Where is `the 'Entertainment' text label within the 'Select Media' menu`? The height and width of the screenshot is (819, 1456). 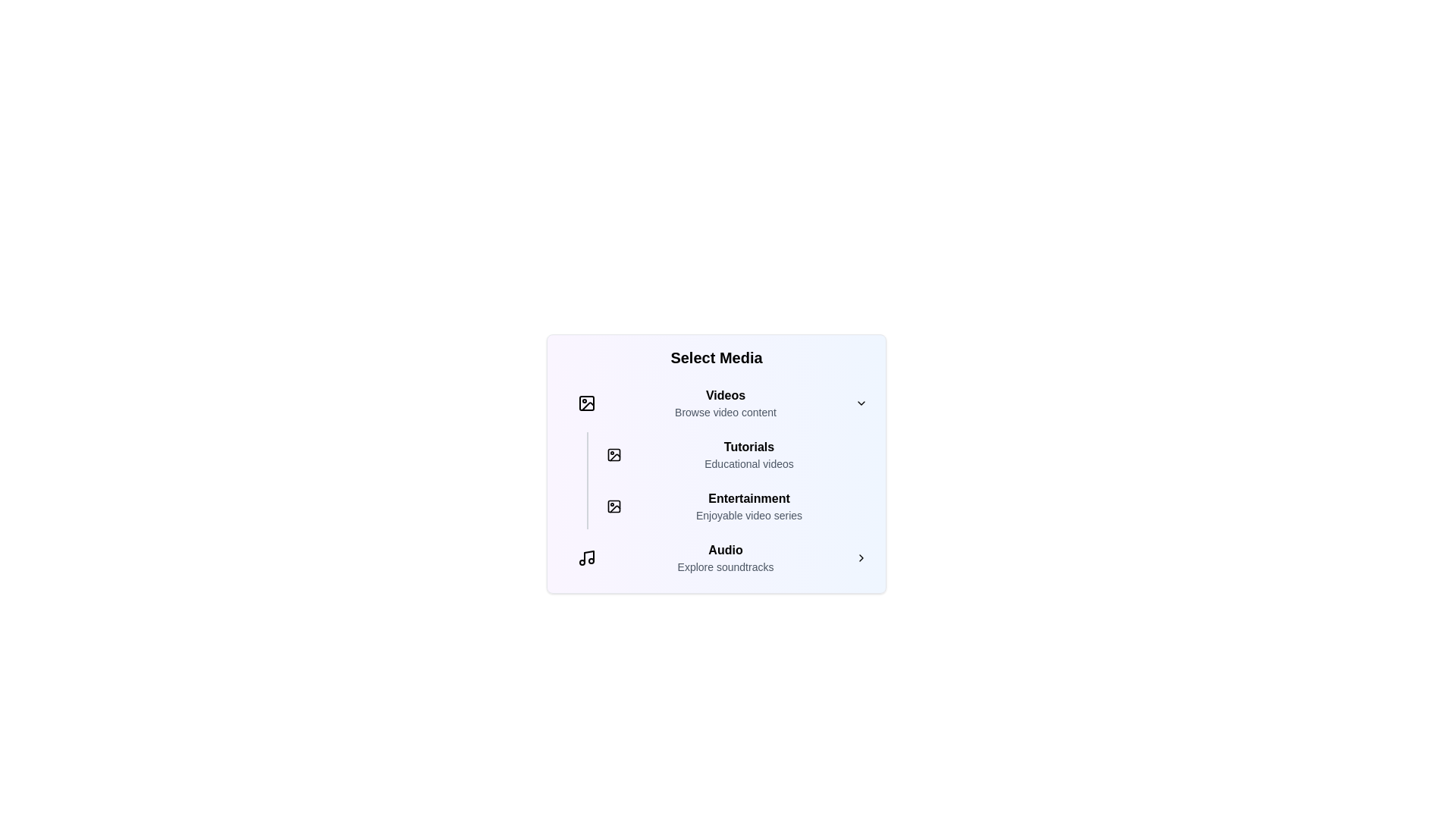 the 'Entertainment' text label within the 'Select Media' menu is located at coordinates (749, 499).